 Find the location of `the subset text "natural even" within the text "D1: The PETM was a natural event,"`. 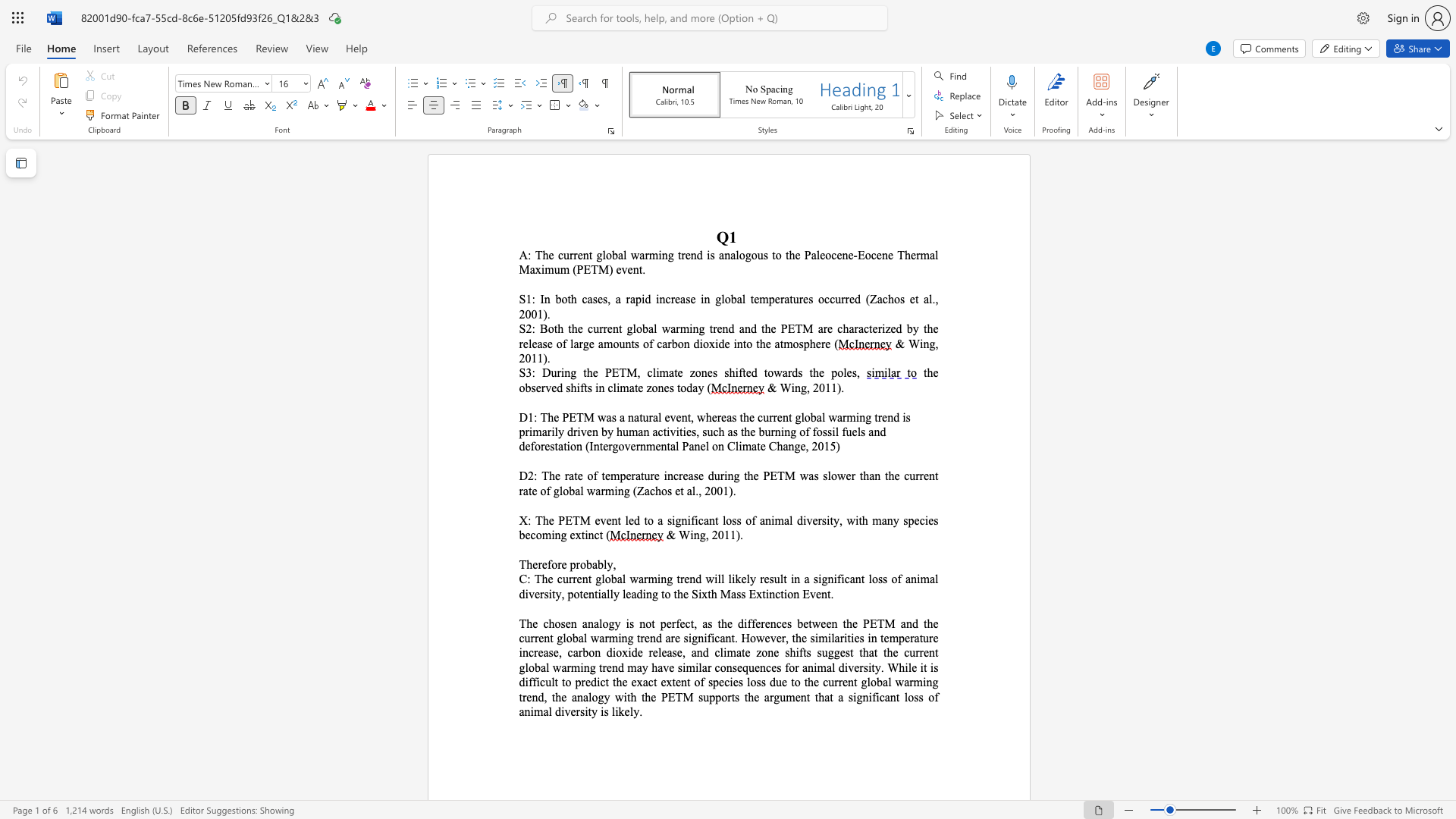

the subset text "natural even" within the text "D1: The PETM was a natural event," is located at coordinates (628, 417).